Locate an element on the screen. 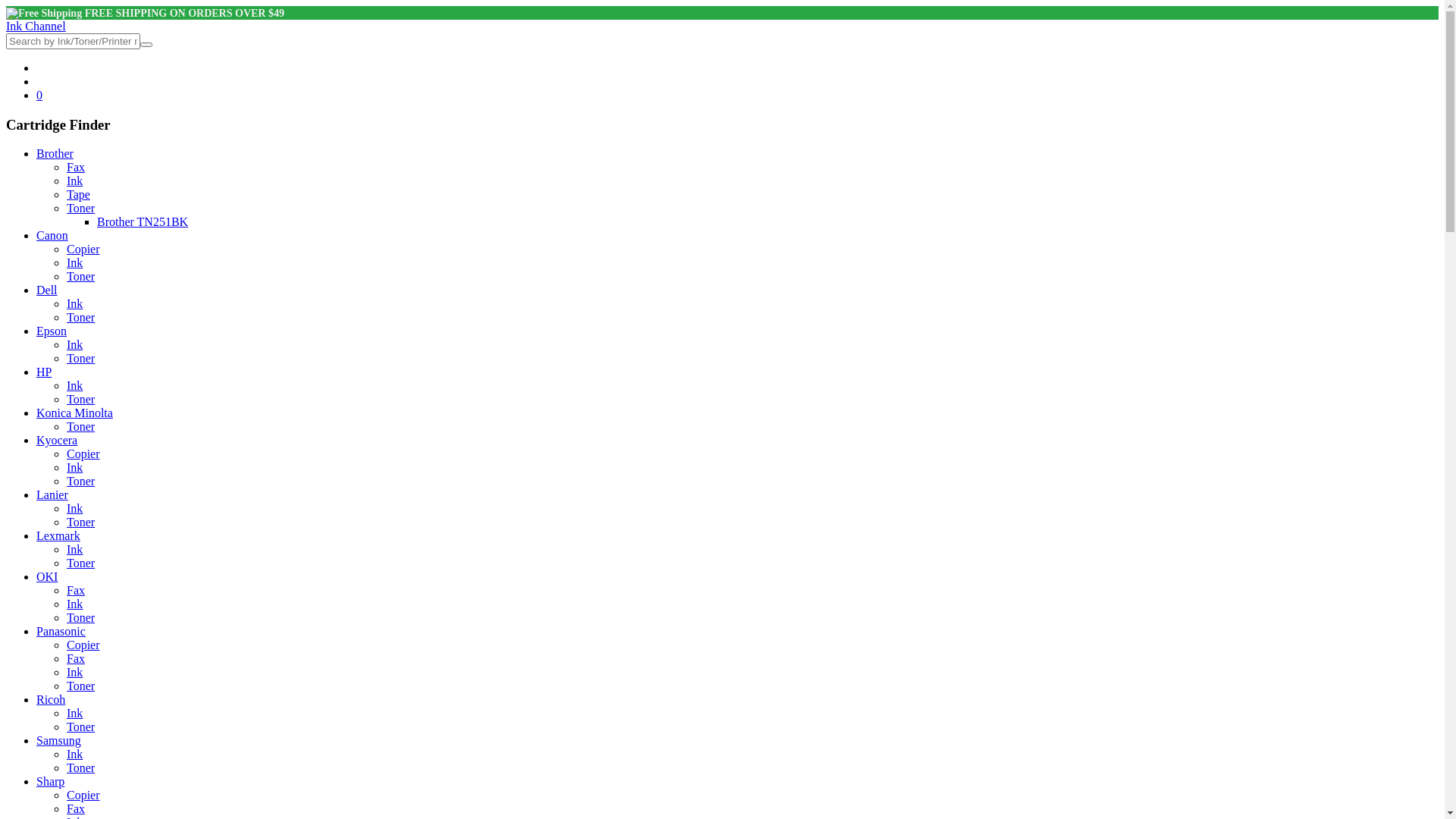 The width and height of the screenshot is (1456, 819). 'Konica Minolta' is located at coordinates (74, 413).